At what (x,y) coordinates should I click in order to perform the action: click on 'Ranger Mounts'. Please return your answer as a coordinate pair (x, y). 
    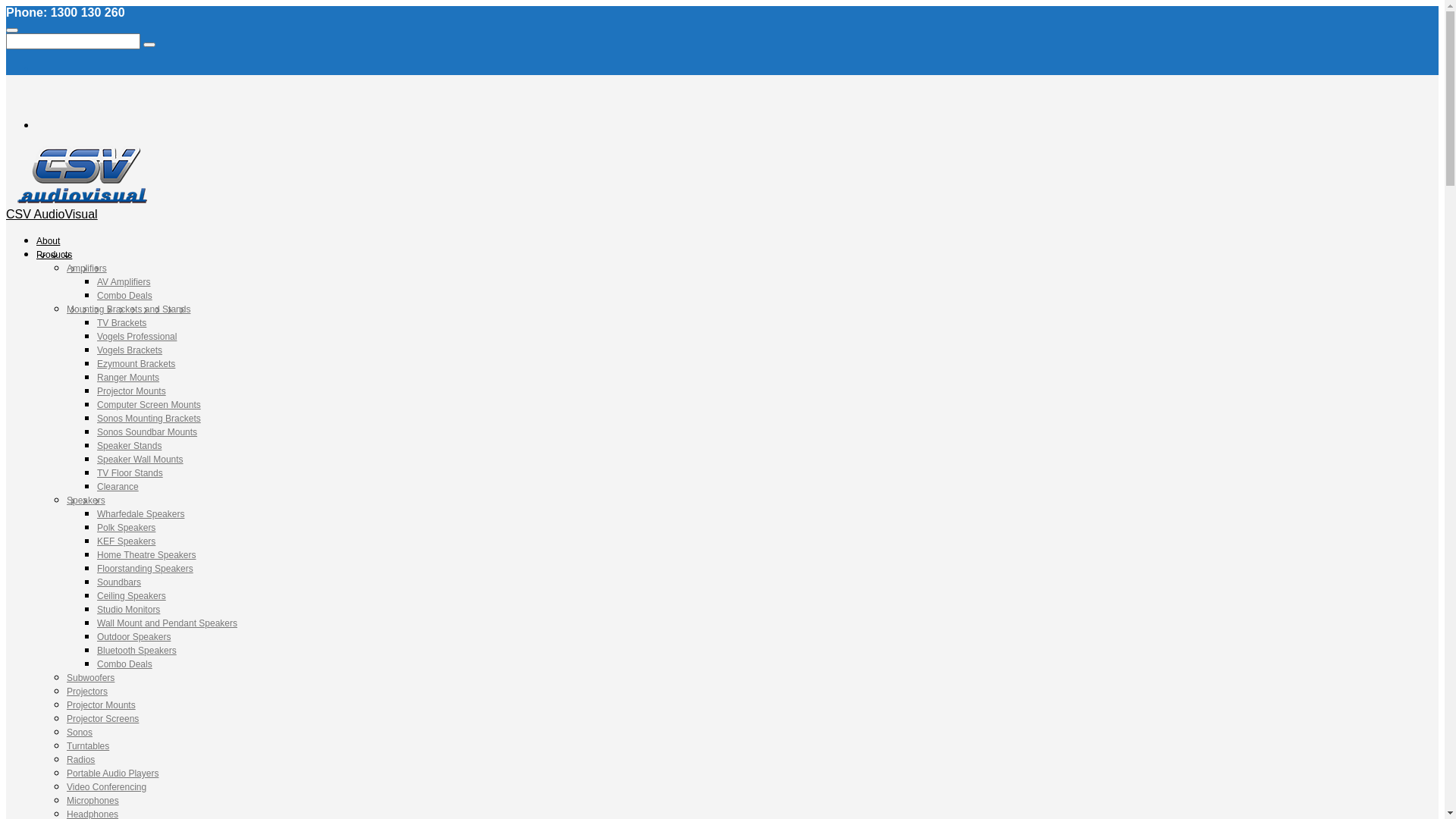
    Looking at the image, I should click on (127, 376).